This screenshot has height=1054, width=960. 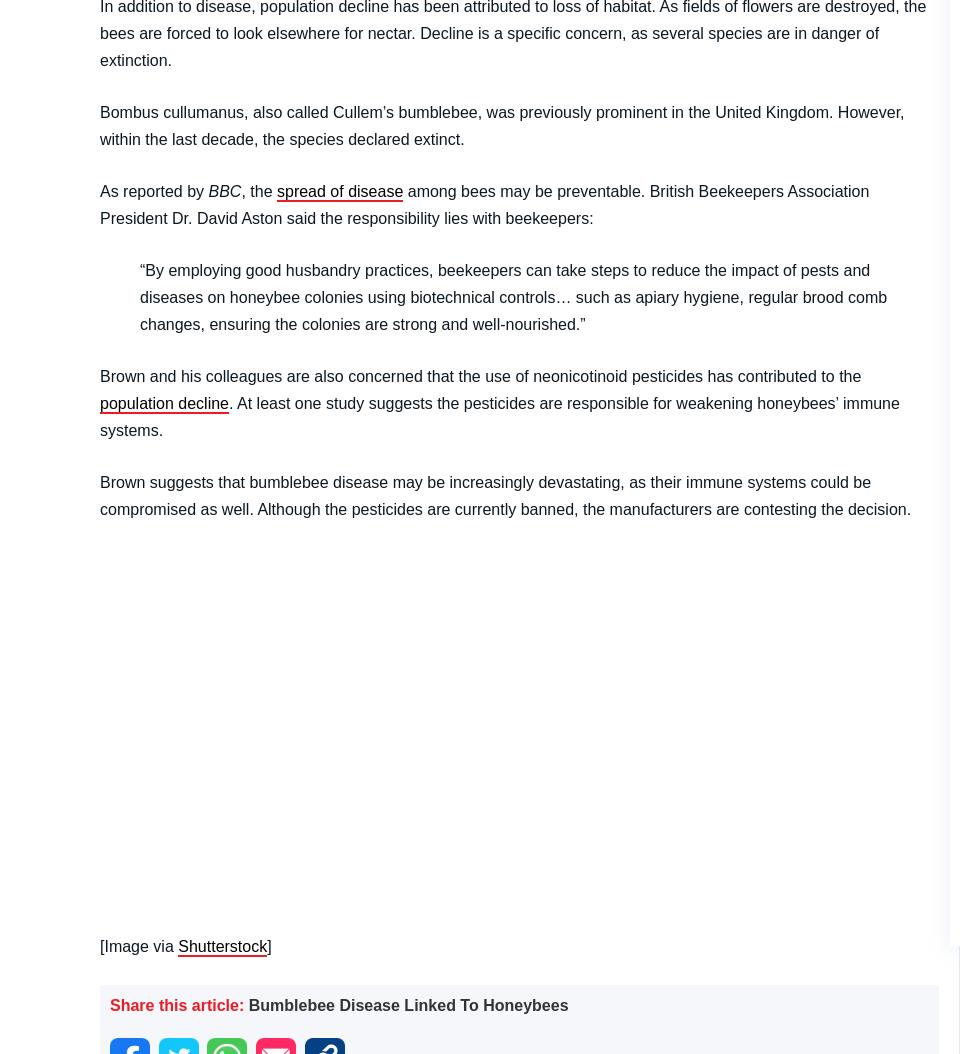 What do you see at coordinates (257, 189) in the screenshot?
I see `', the'` at bounding box center [257, 189].